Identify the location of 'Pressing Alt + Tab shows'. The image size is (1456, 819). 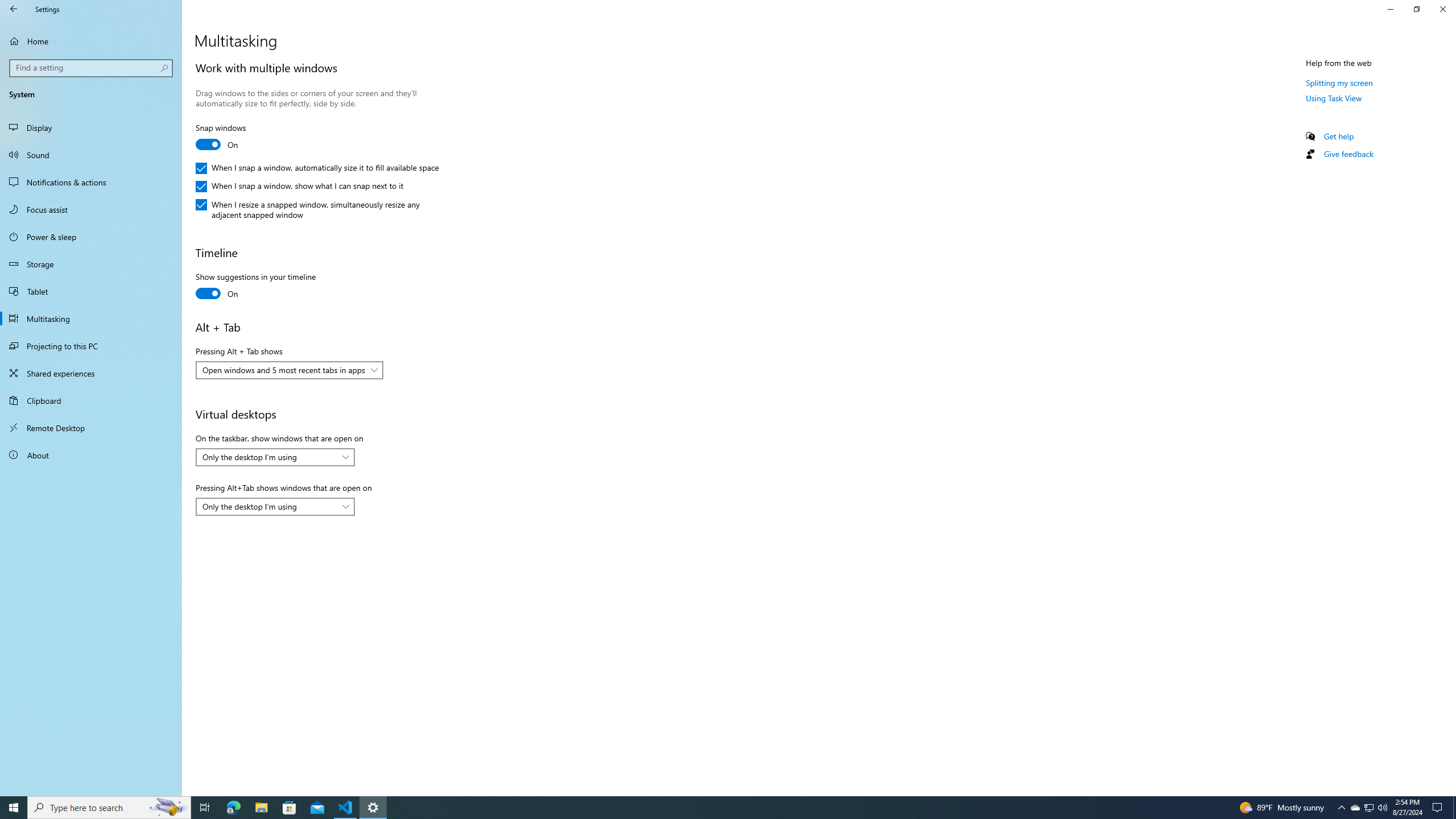
(288, 370).